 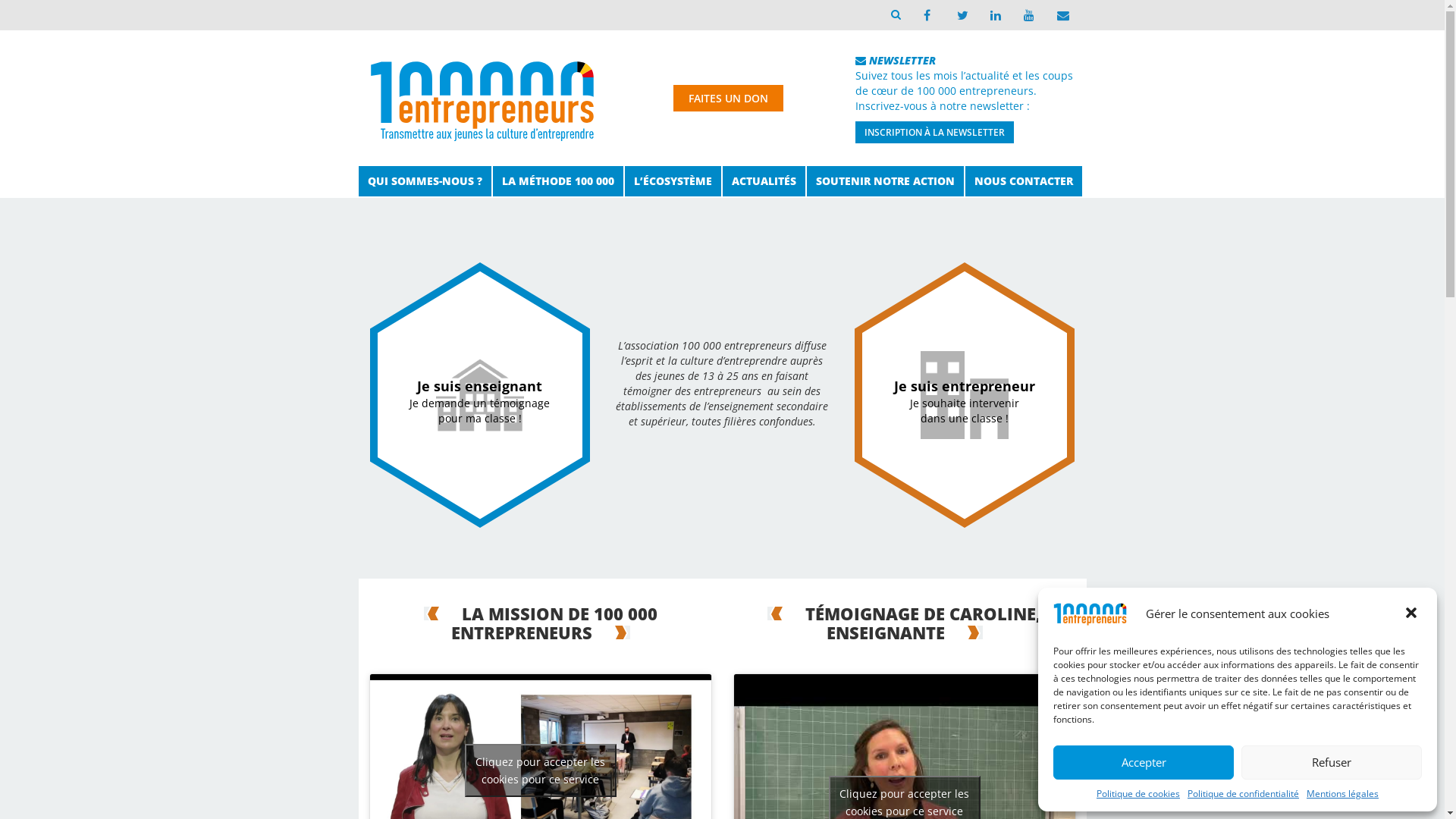 What do you see at coordinates (1059, 14) in the screenshot?
I see `'Mail'` at bounding box center [1059, 14].